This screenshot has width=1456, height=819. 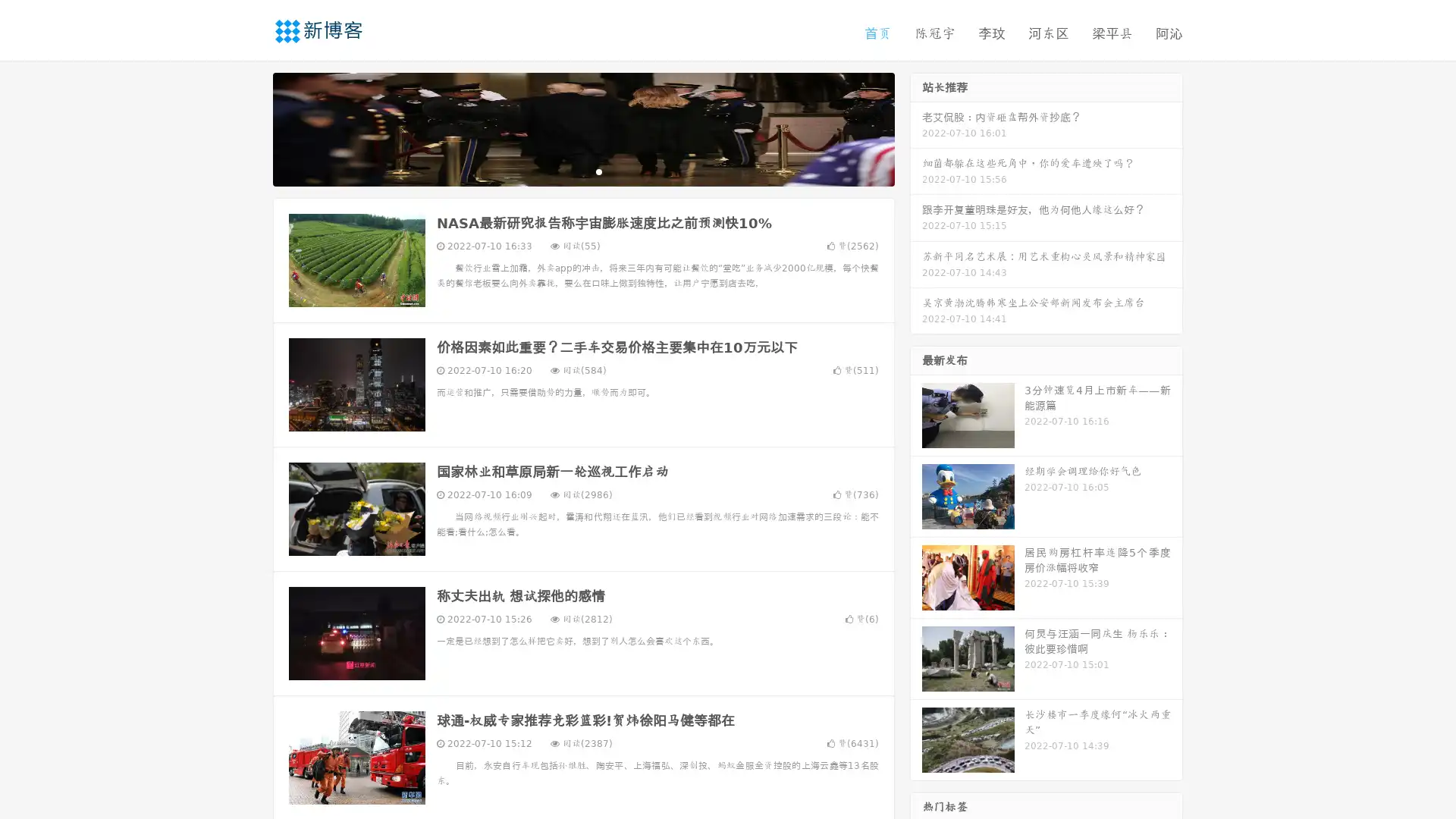 I want to click on Previous slide, so click(x=250, y=127).